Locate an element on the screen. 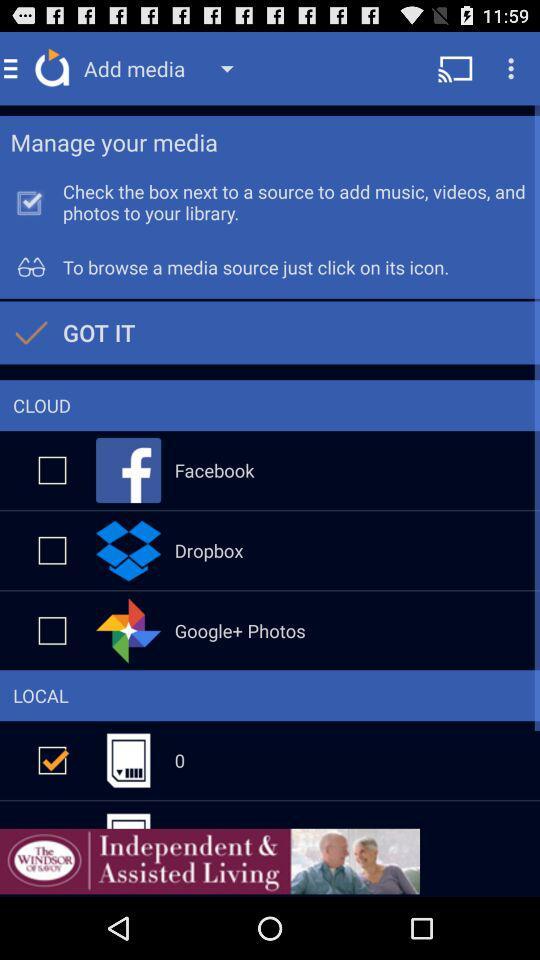 The width and height of the screenshot is (540, 960). tick box button is located at coordinates (52, 470).